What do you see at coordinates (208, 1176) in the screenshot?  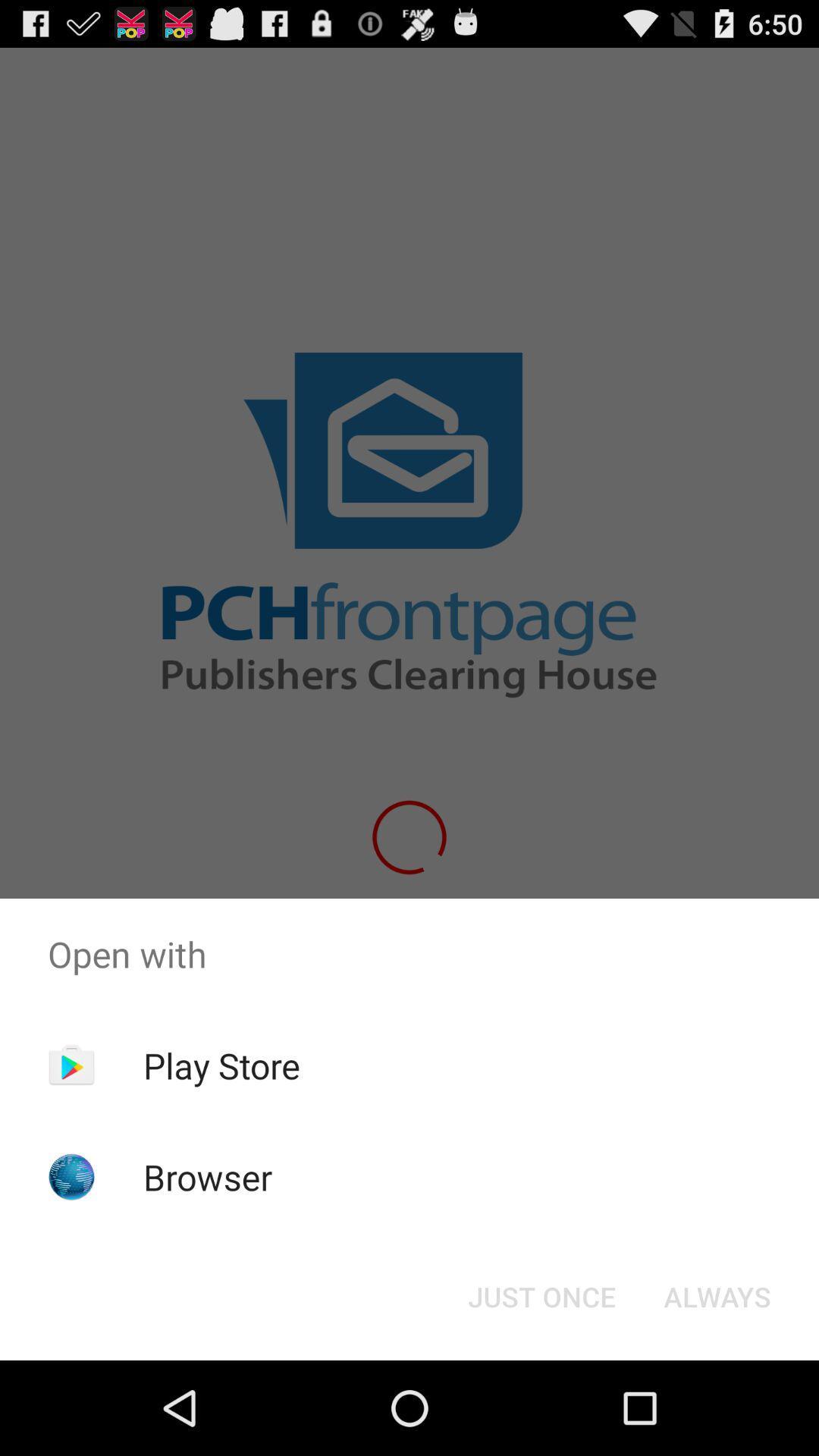 I see `the browser item` at bounding box center [208, 1176].